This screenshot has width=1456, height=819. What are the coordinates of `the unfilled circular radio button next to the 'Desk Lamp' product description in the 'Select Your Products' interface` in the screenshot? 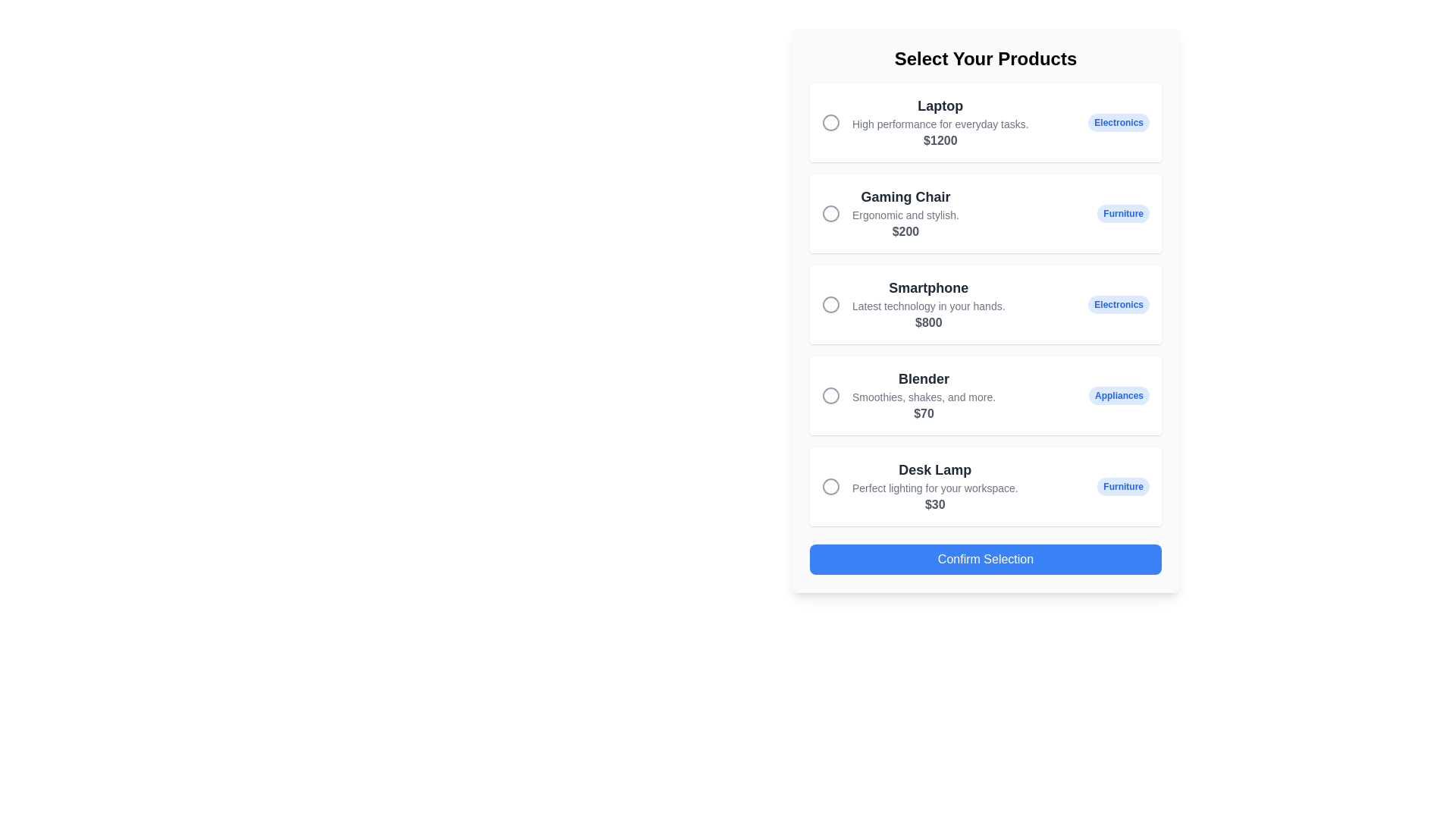 It's located at (830, 486).